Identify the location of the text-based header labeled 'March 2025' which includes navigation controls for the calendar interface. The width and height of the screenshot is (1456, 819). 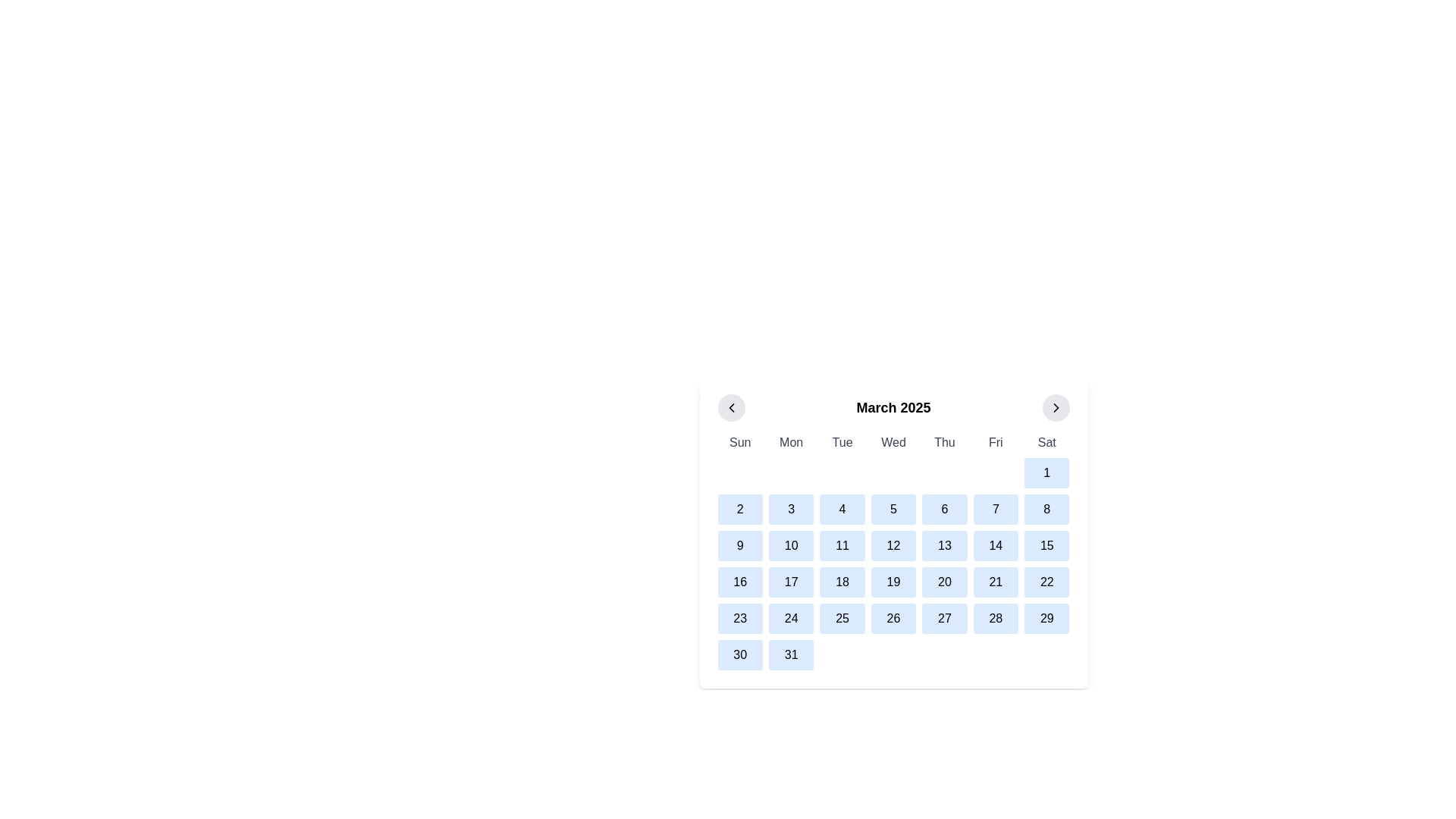
(893, 406).